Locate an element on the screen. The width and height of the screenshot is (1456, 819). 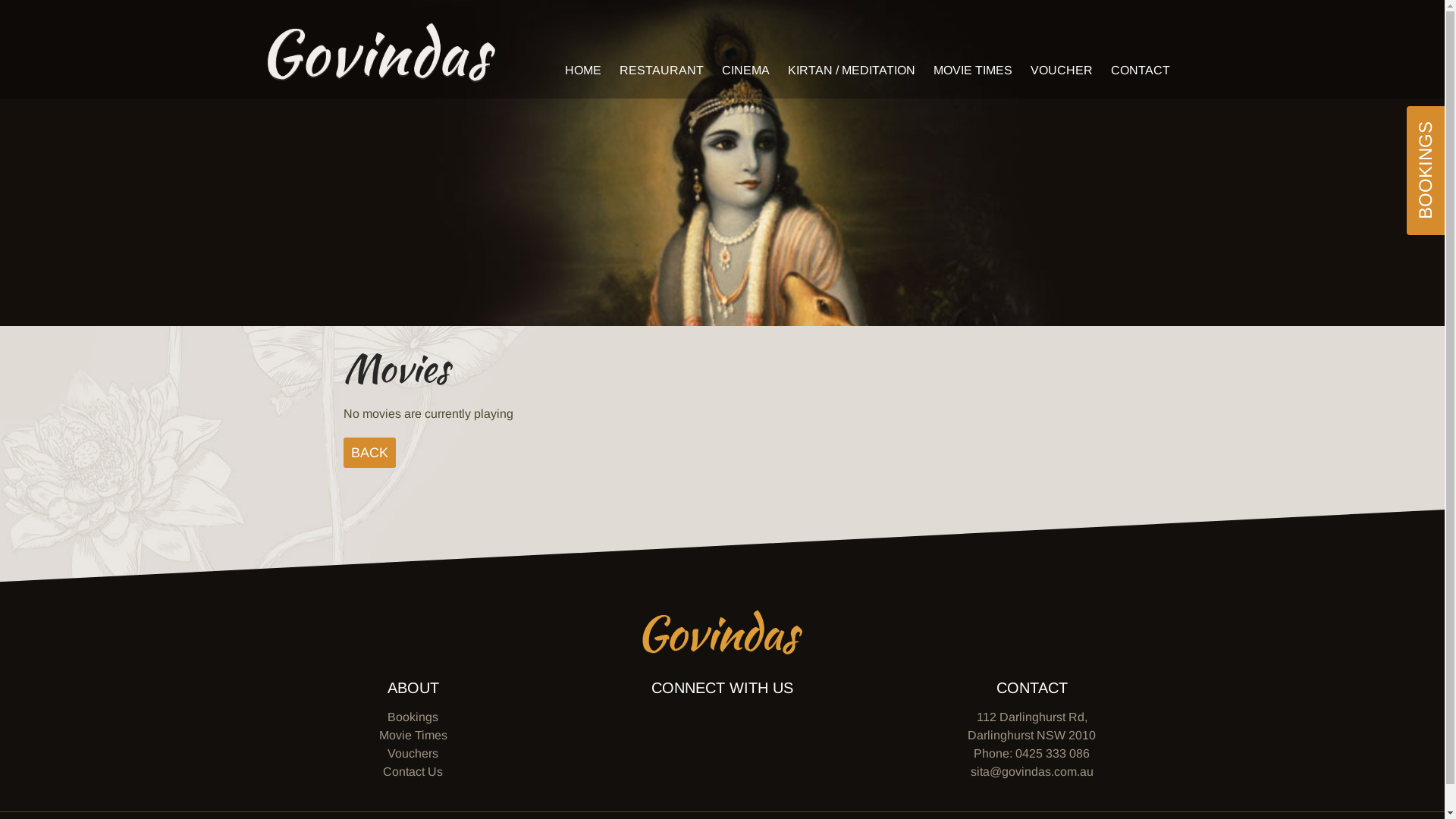
'Movie Times' is located at coordinates (413, 734).